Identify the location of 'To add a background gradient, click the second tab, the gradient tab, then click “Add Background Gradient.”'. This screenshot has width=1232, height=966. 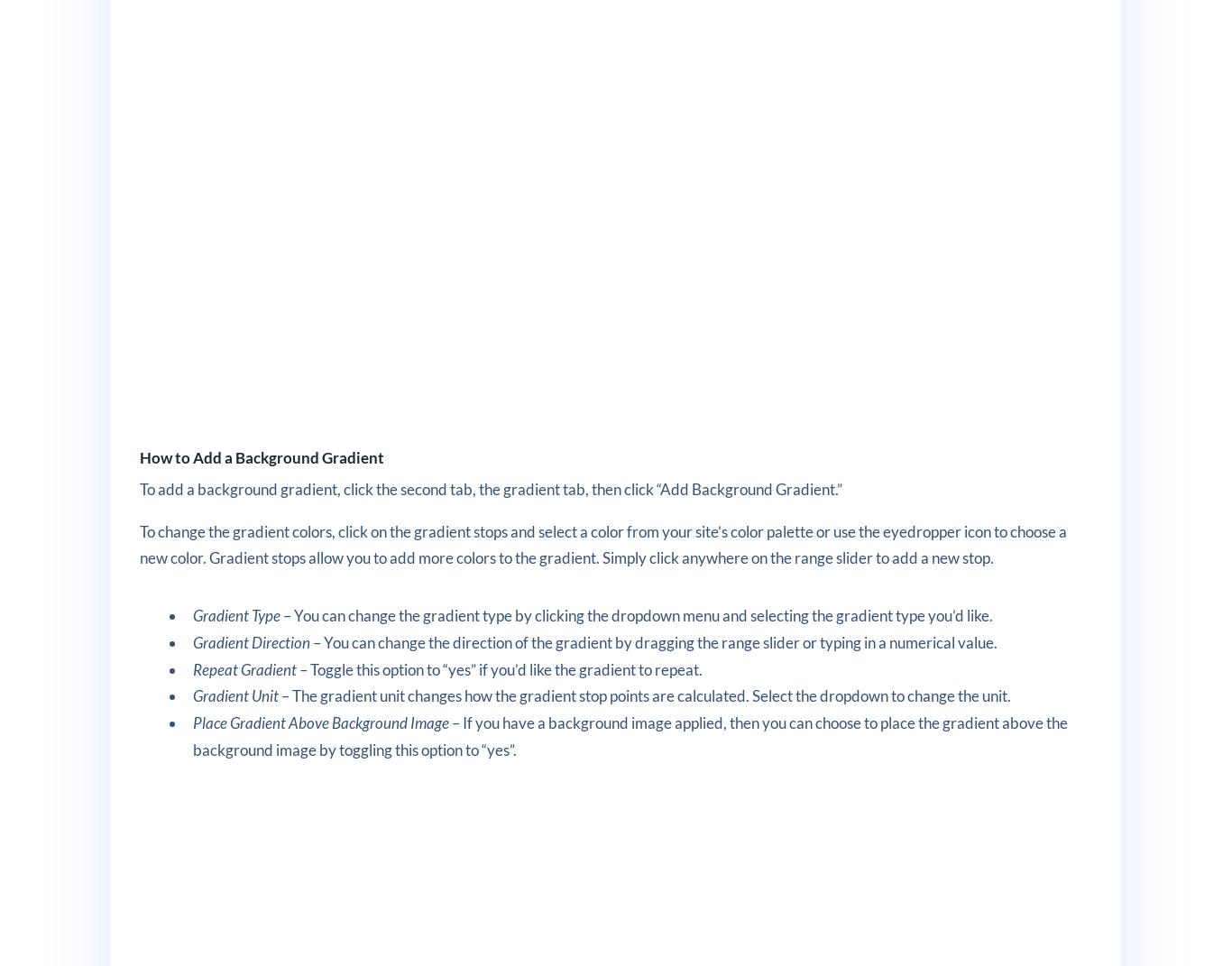
(490, 488).